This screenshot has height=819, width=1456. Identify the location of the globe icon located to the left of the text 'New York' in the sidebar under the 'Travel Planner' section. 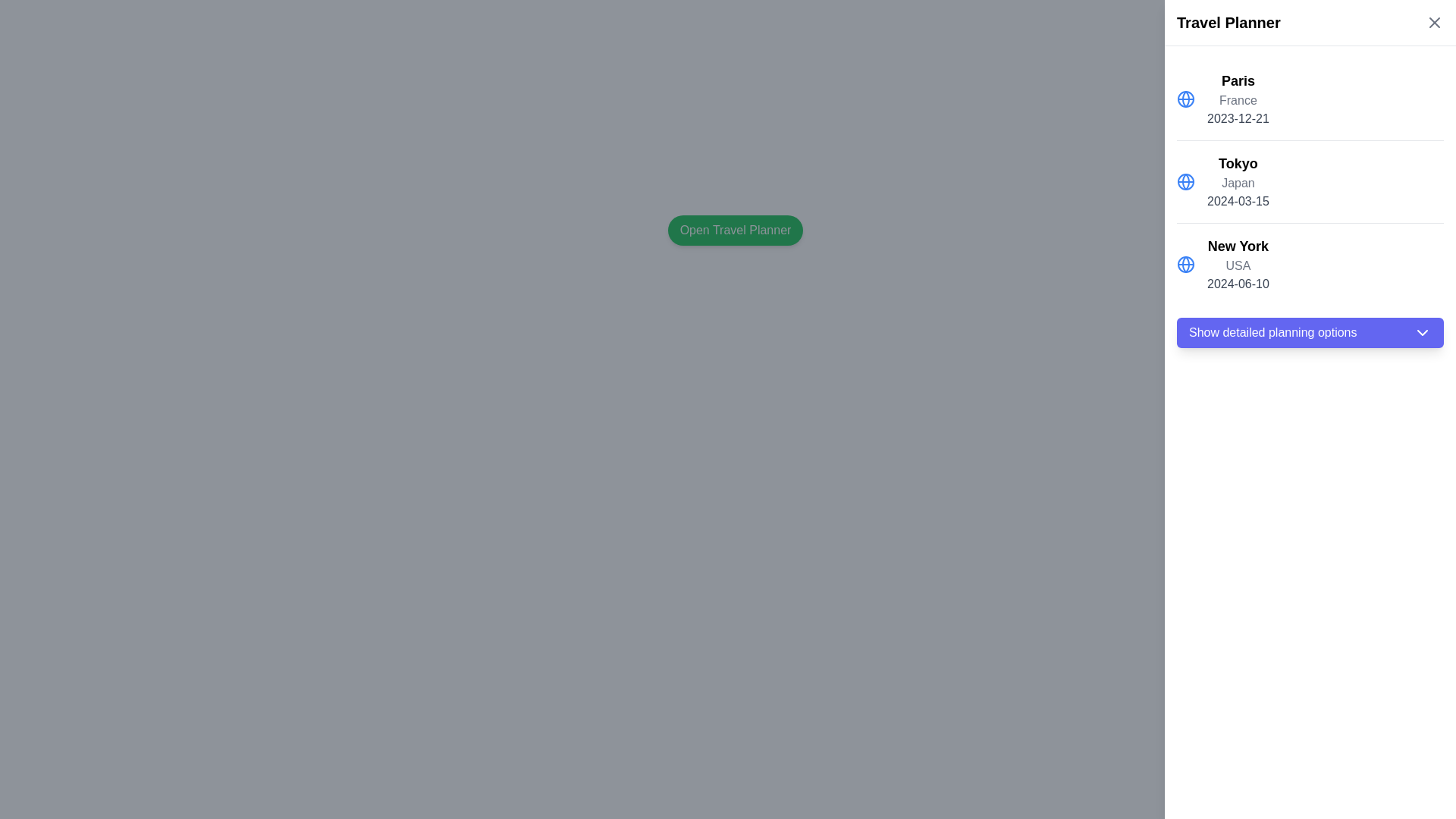
(1185, 263).